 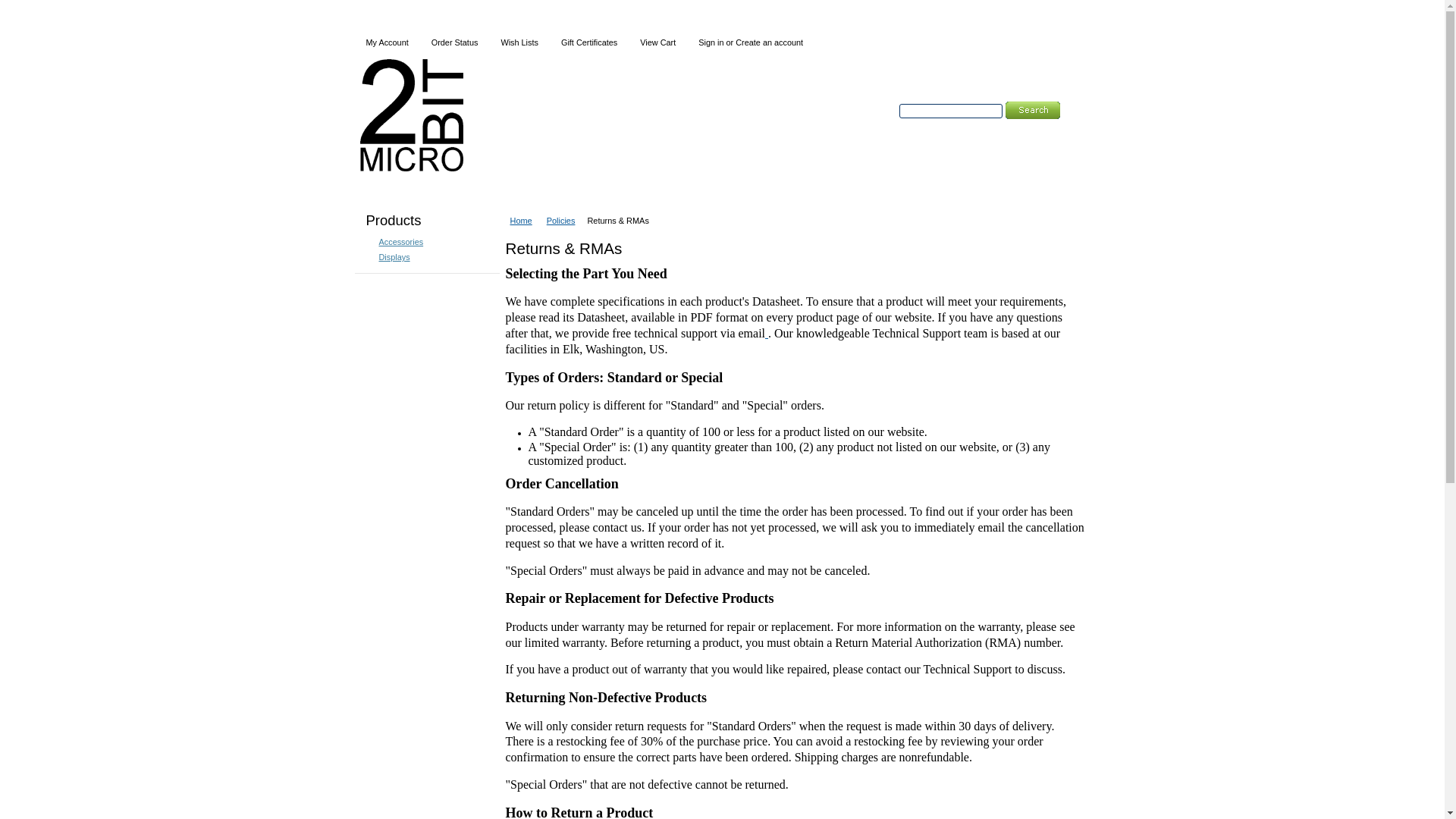 What do you see at coordinates (769, 42) in the screenshot?
I see `'Create an account'` at bounding box center [769, 42].